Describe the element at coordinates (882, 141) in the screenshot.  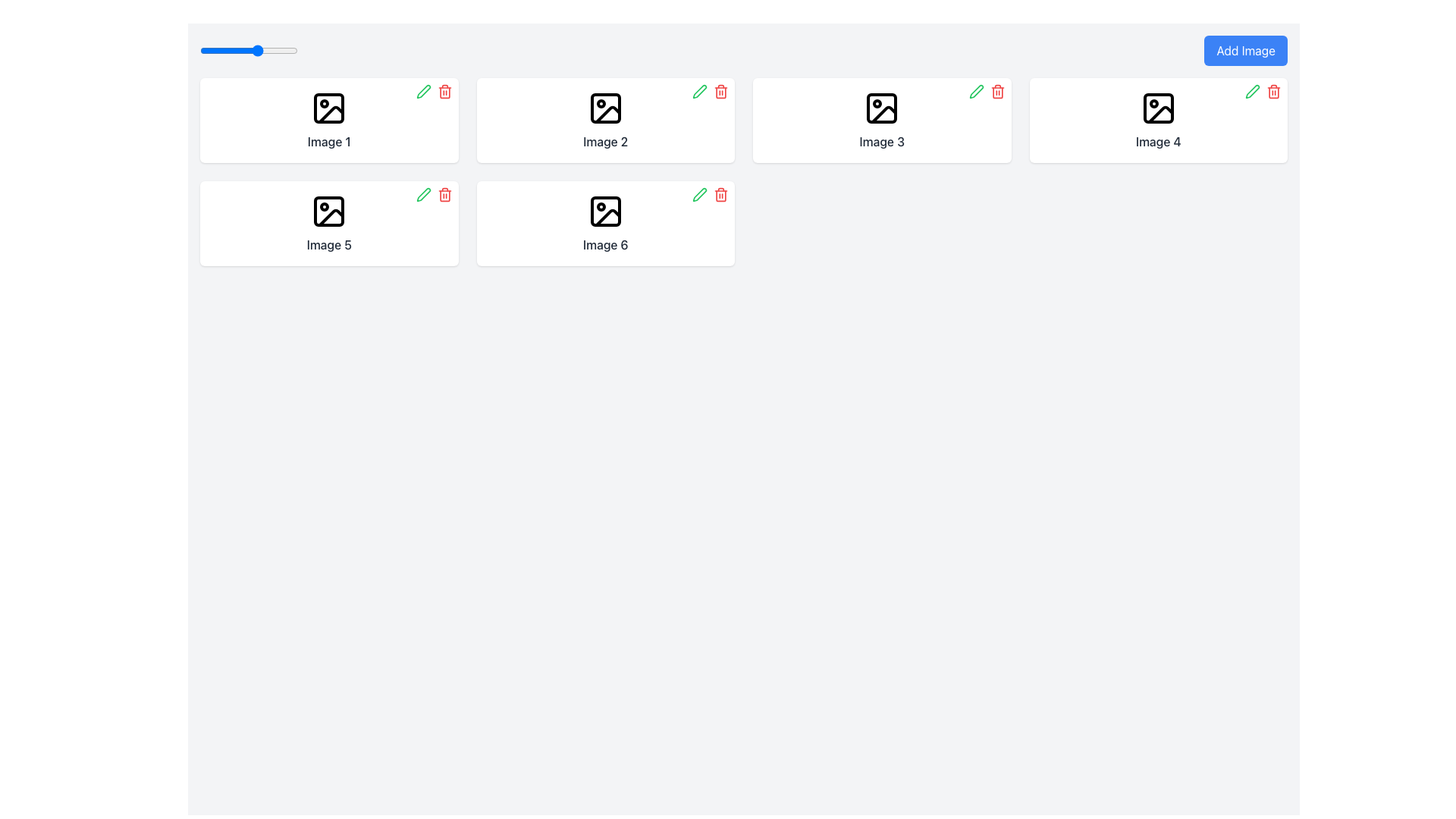
I see `text label that describes the image represented by the icon above it, located in the third cell of the first row in a grid layout` at that location.